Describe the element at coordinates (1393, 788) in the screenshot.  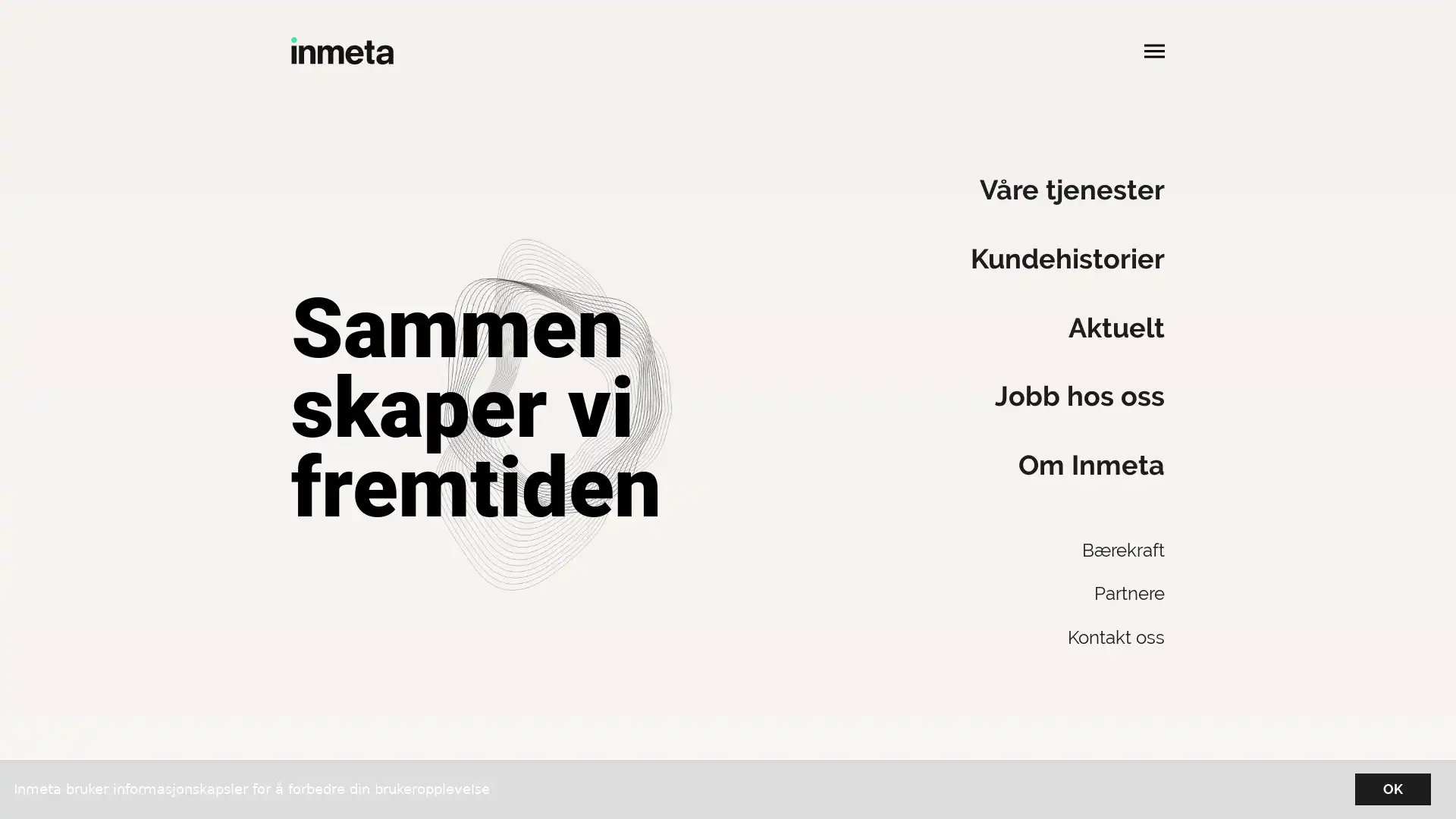
I see `OK` at that location.